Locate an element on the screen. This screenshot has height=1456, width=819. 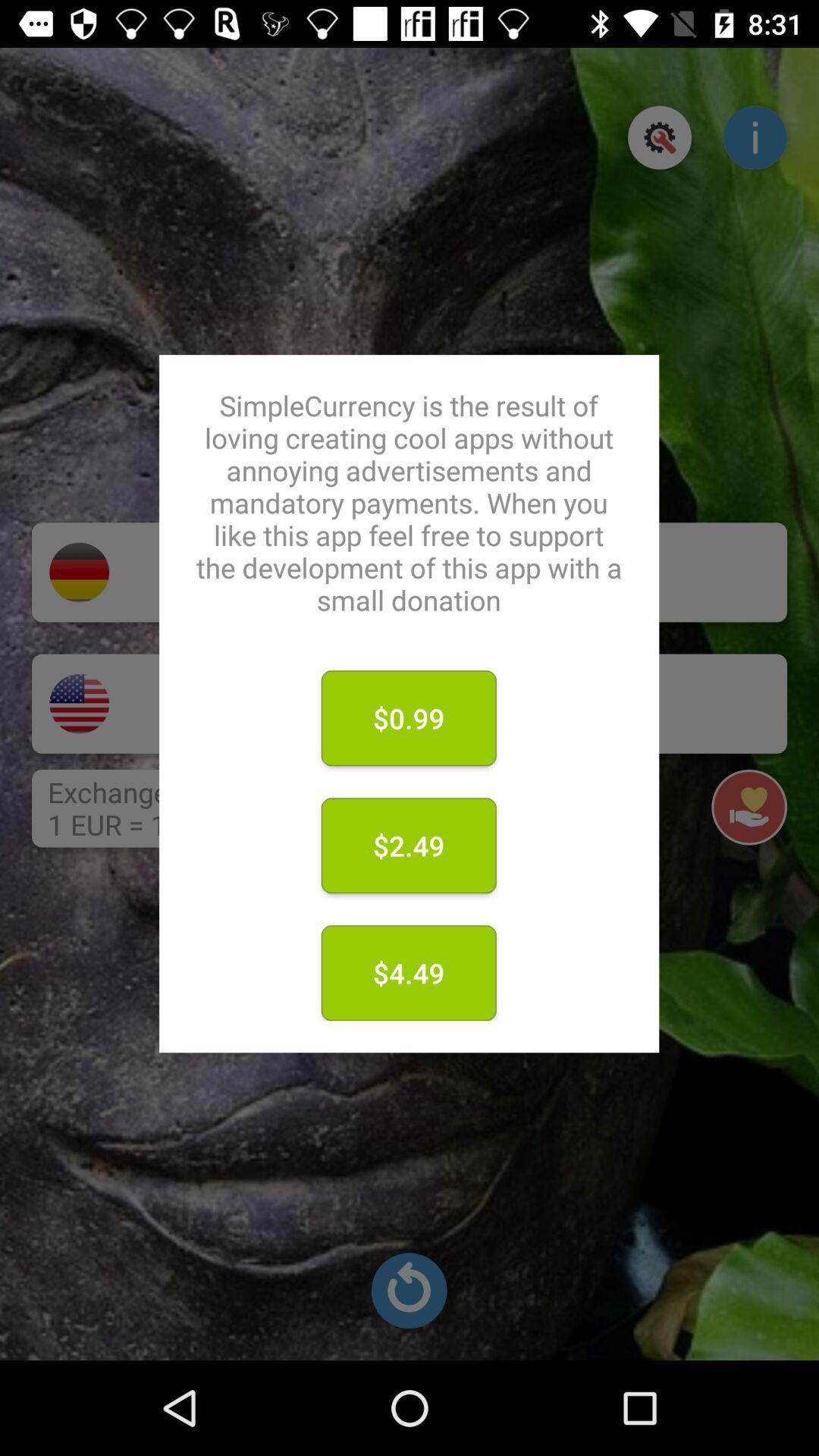
click button is located at coordinates (659, 137).